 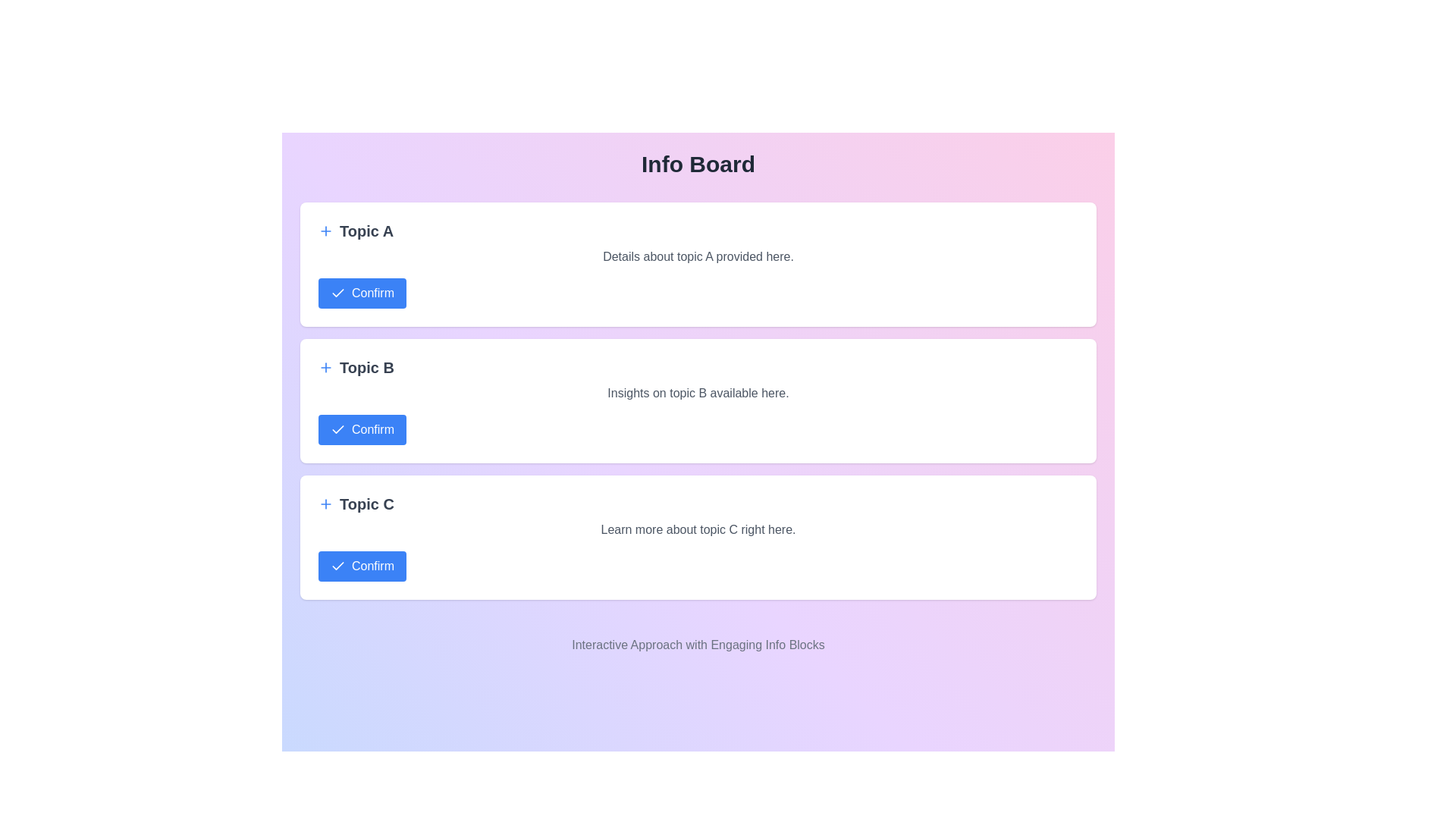 I want to click on the static text providing additional information about 'Topic C', located below the title and '+' icon, so click(x=698, y=529).